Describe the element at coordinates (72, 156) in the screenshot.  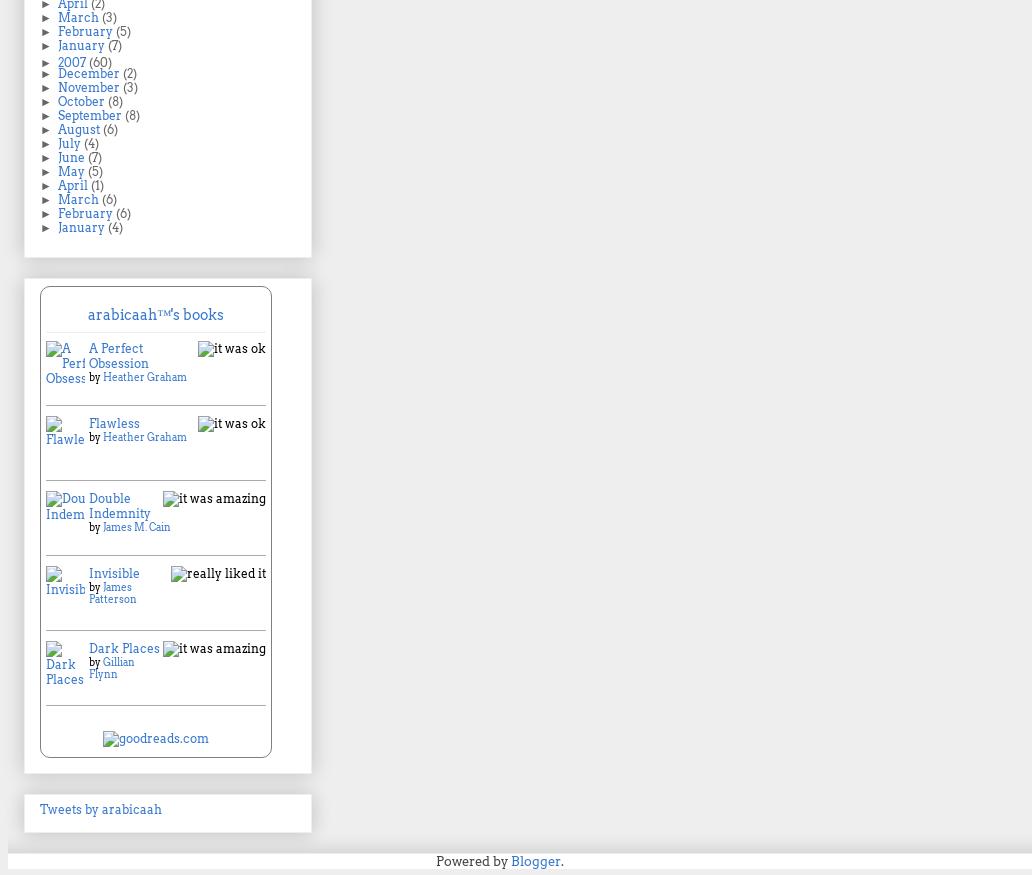
I see `'June'` at that location.